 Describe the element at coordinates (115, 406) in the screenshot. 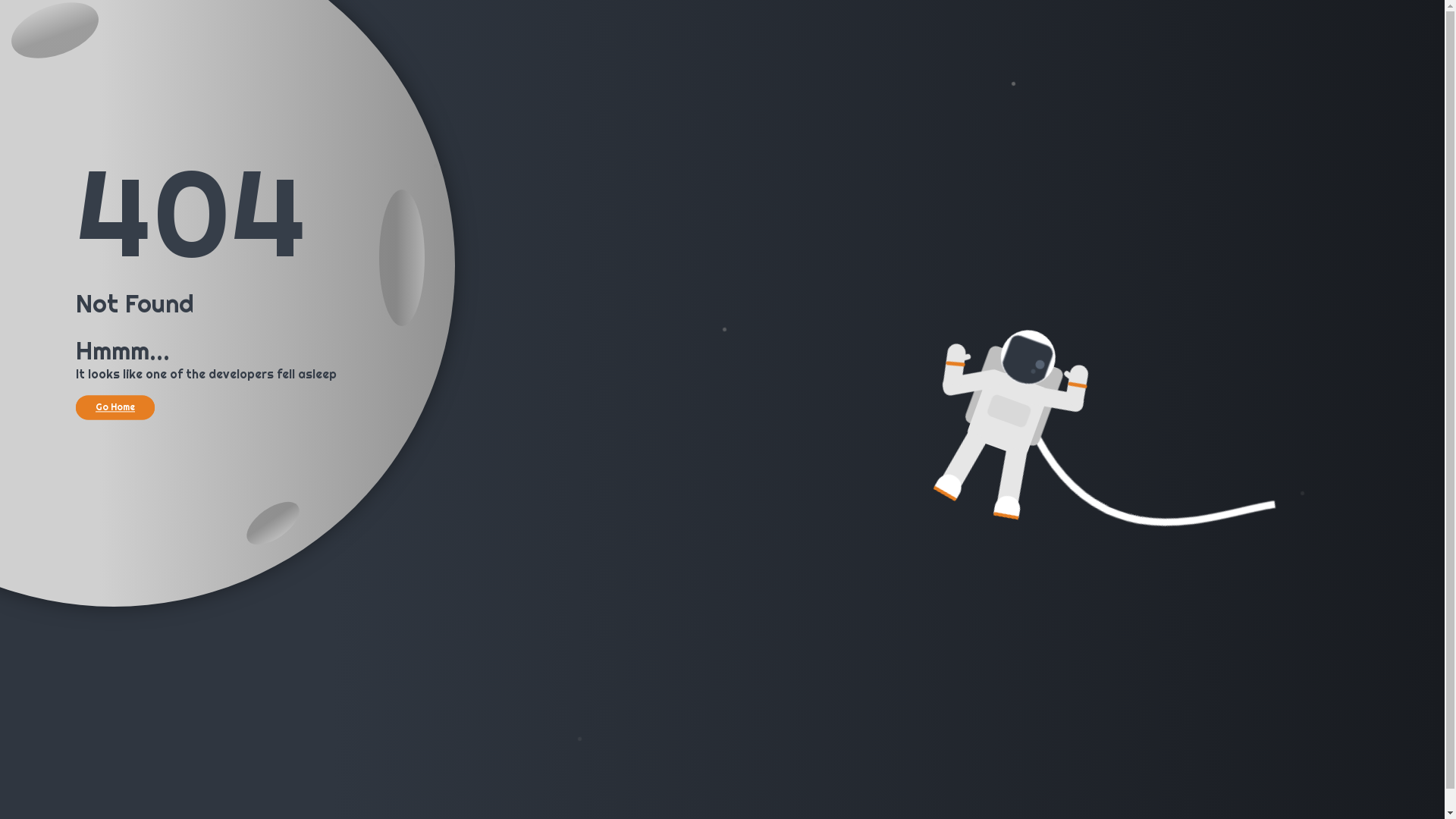

I see `'Go Home'` at that location.